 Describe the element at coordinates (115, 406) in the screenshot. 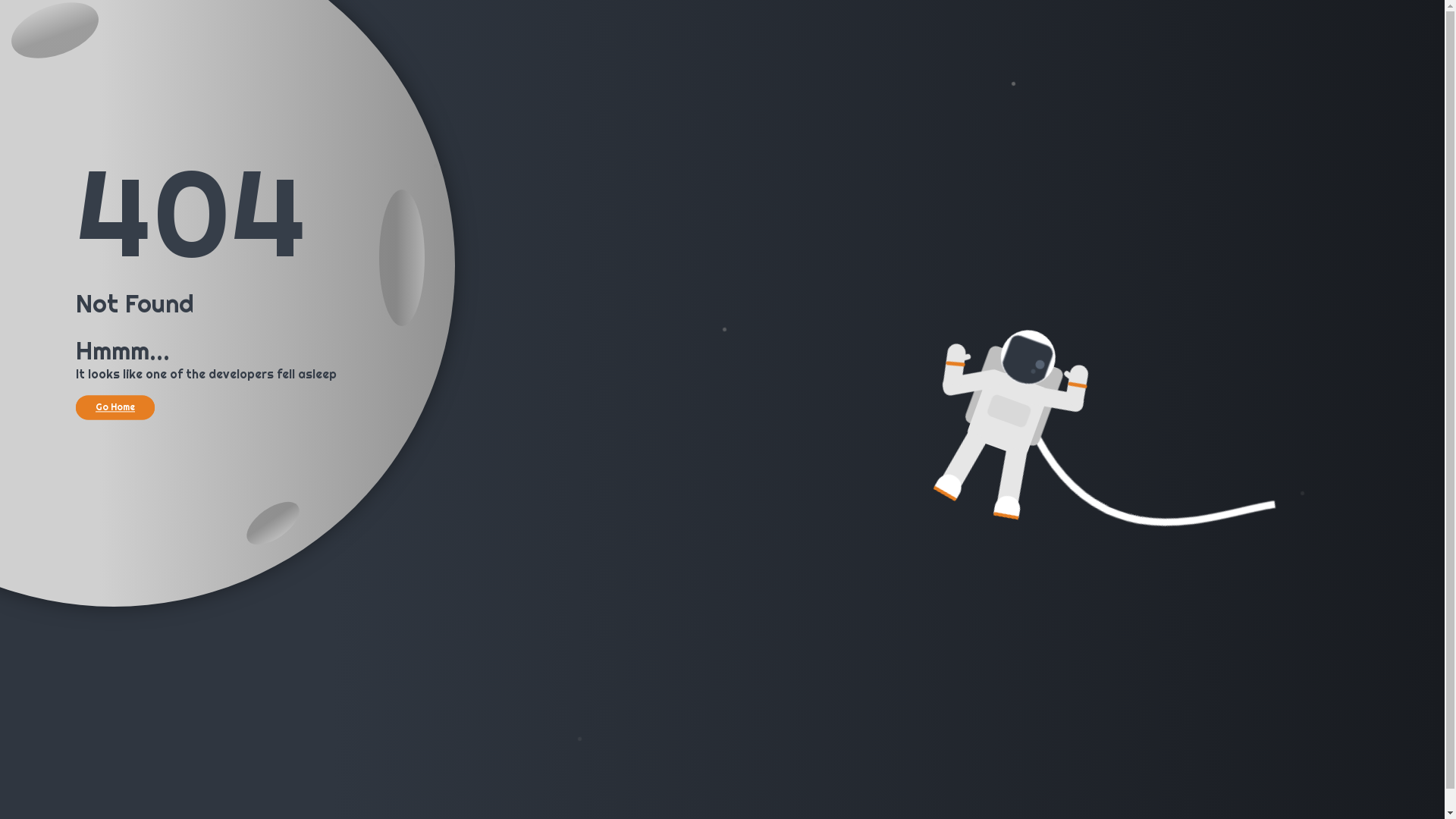

I see `'Go Home'` at that location.